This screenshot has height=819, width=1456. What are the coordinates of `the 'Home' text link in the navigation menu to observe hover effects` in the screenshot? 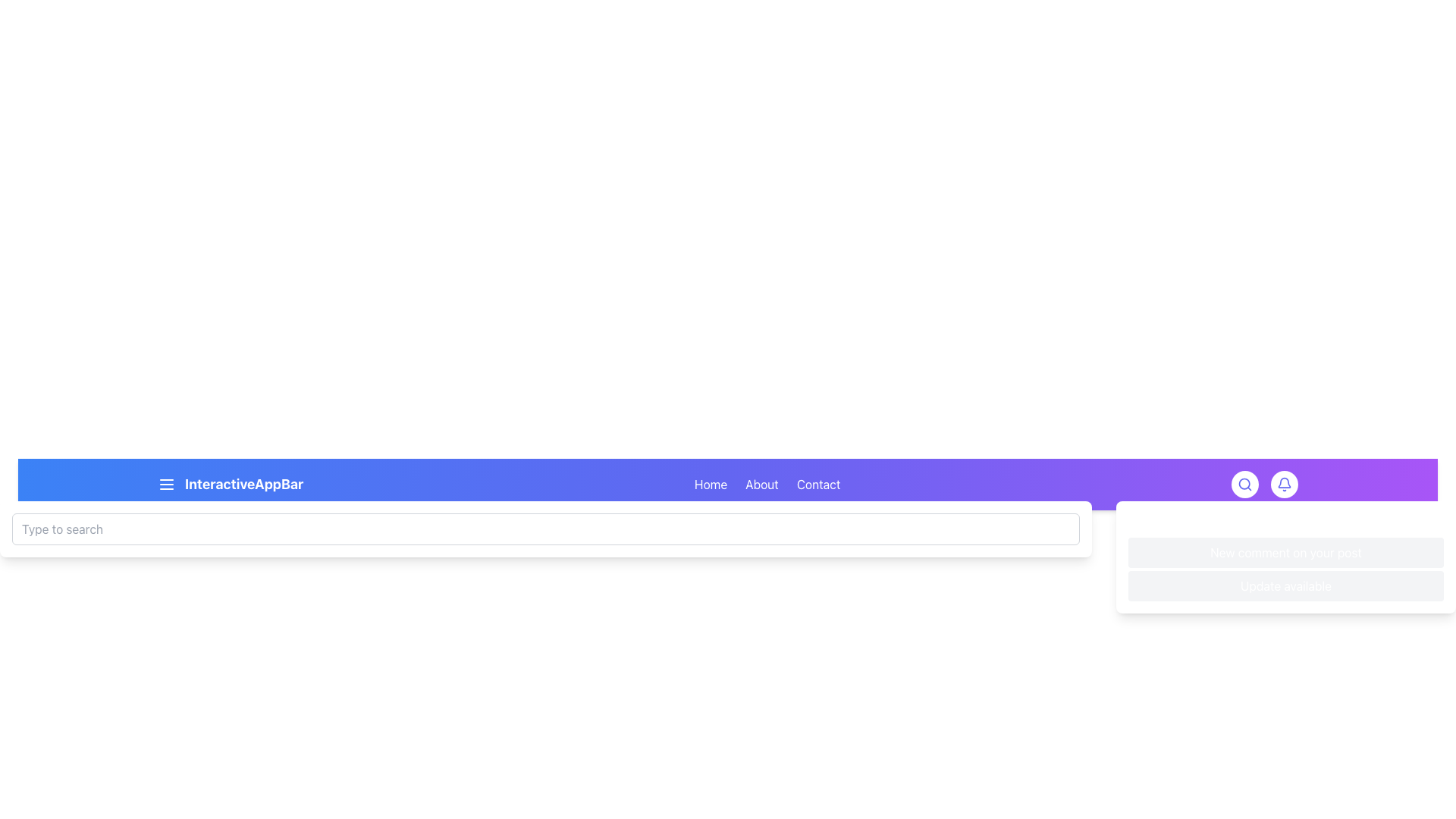 It's located at (710, 485).